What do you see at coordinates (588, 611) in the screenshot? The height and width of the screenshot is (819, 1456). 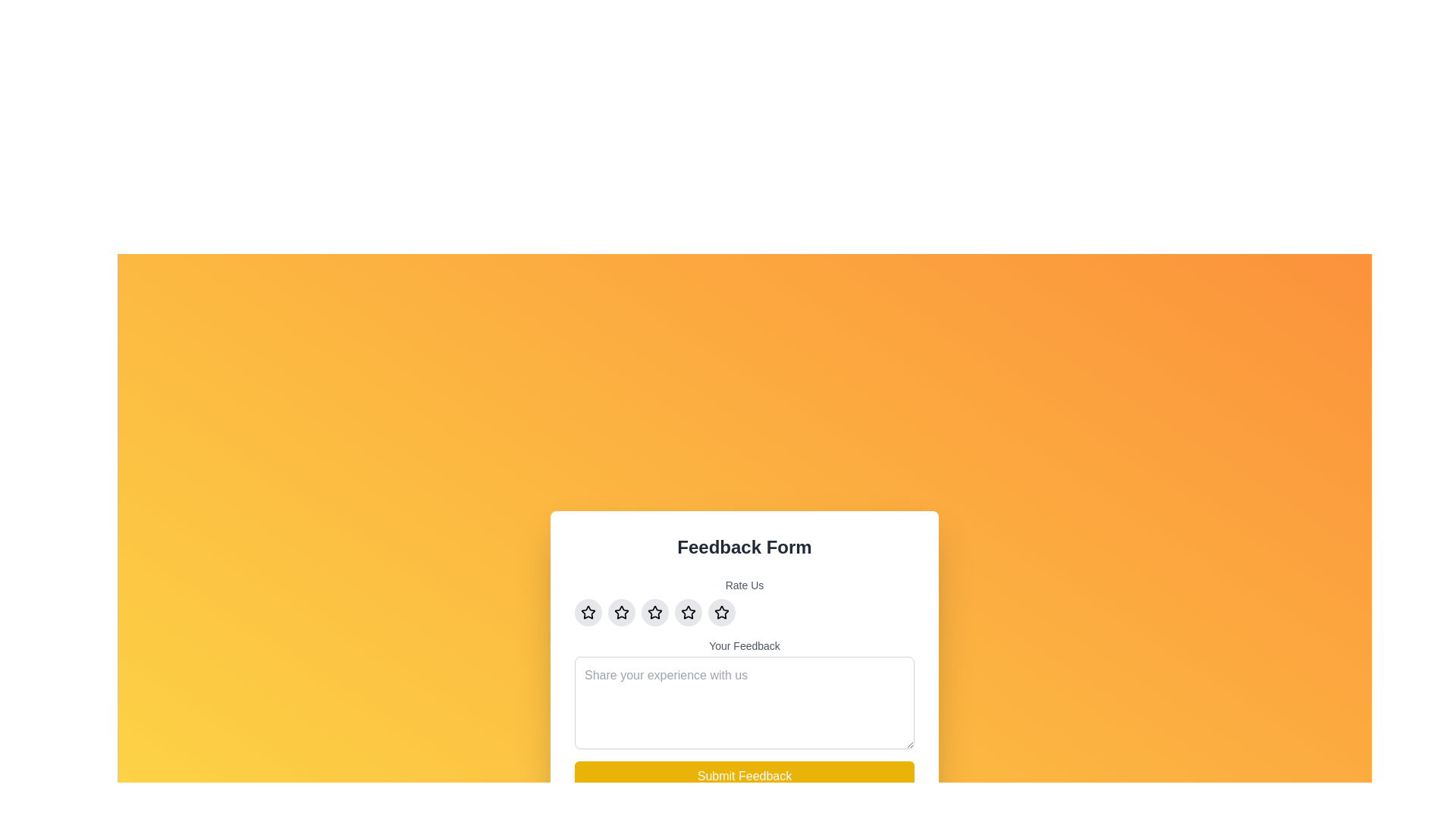 I see `the hollow star rating icon located above the 'Your Feedback' text area` at bounding box center [588, 611].